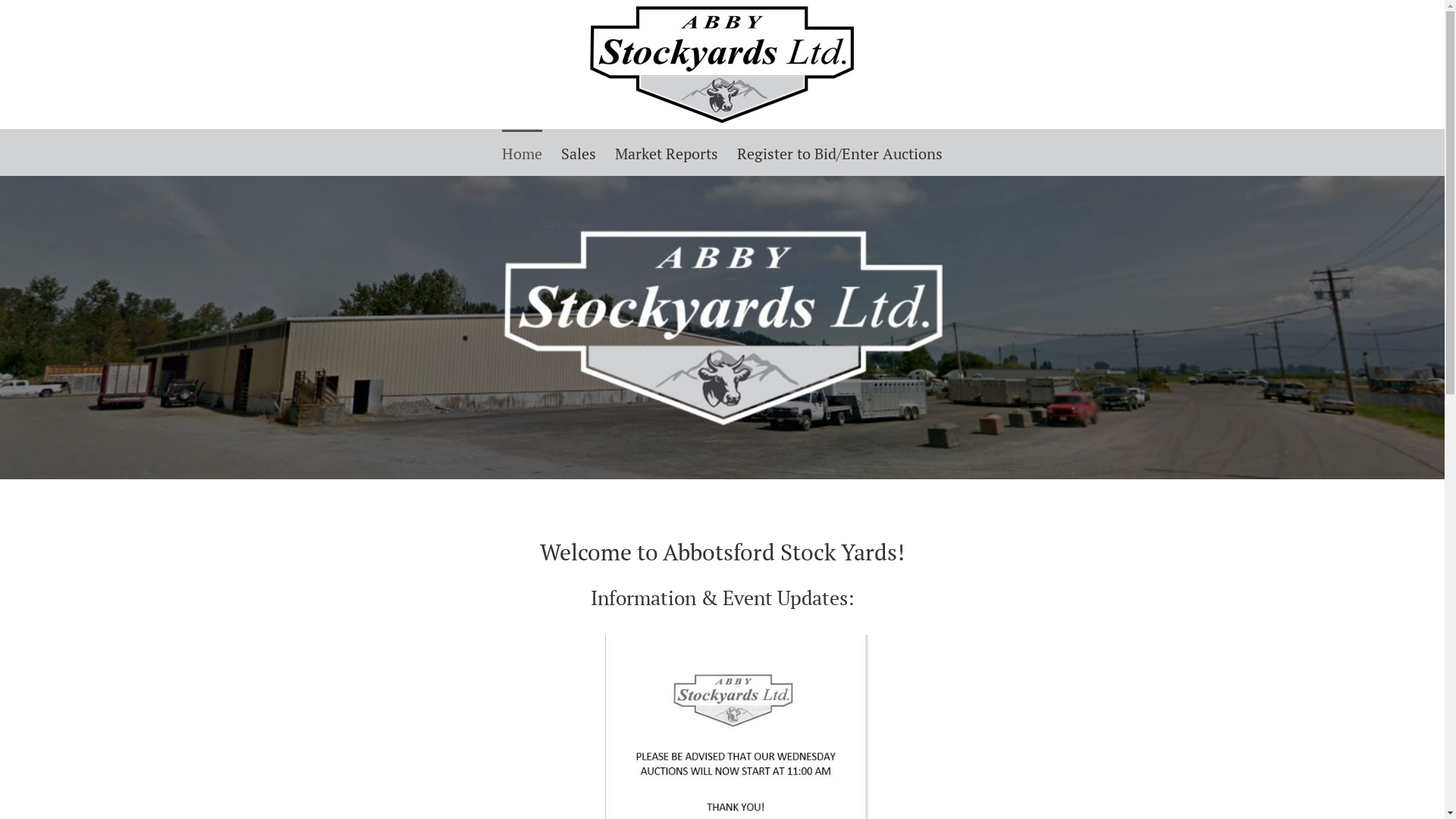 The width and height of the screenshot is (1456, 819). Describe the element at coordinates (839, 152) in the screenshot. I see `'Register to Bid/Enter Auctions'` at that location.